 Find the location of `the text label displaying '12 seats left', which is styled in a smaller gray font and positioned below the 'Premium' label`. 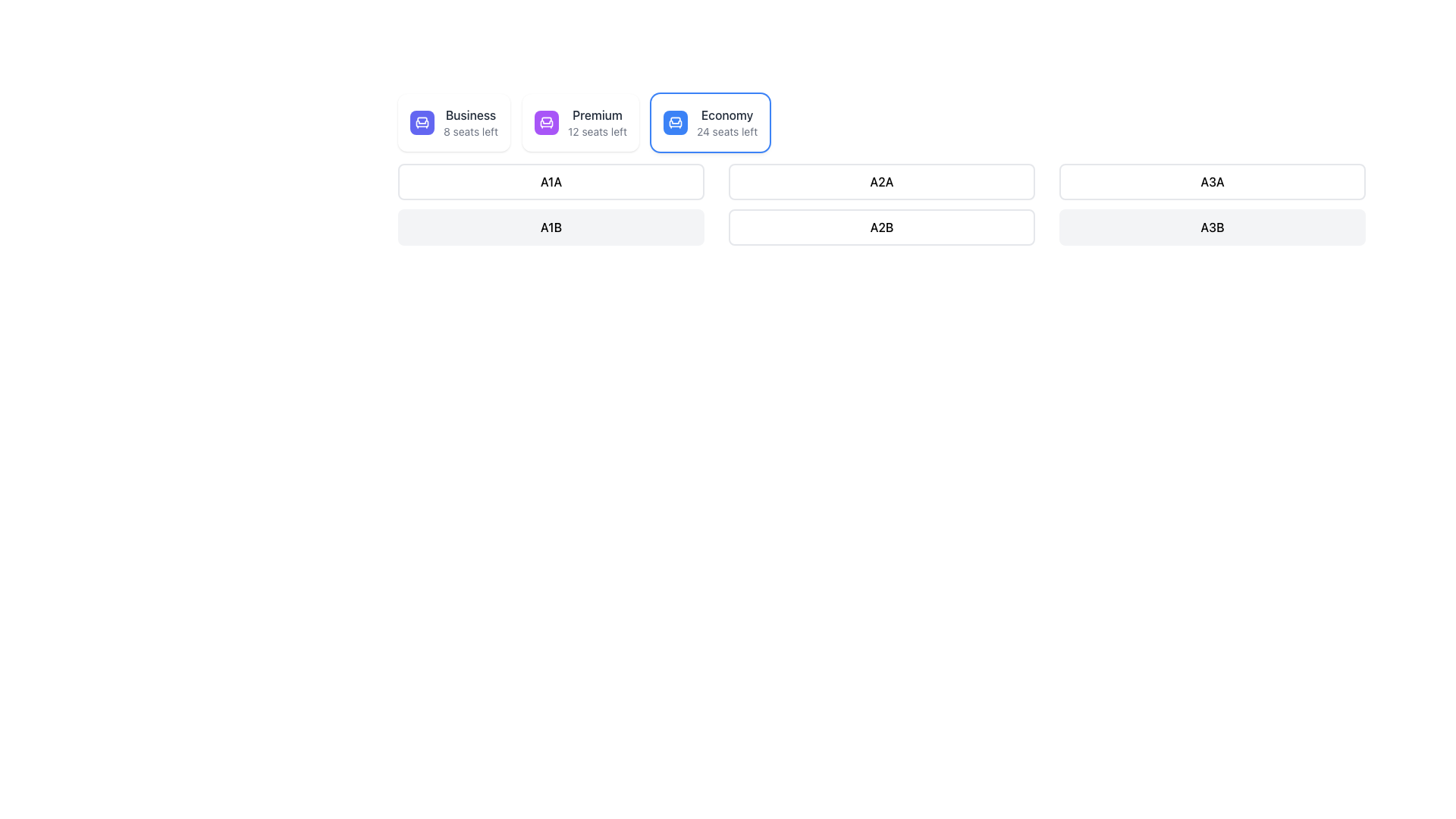

the text label displaying '12 seats left', which is styled in a smaller gray font and positioned below the 'Premium' label is located at coordinates (596, 130).